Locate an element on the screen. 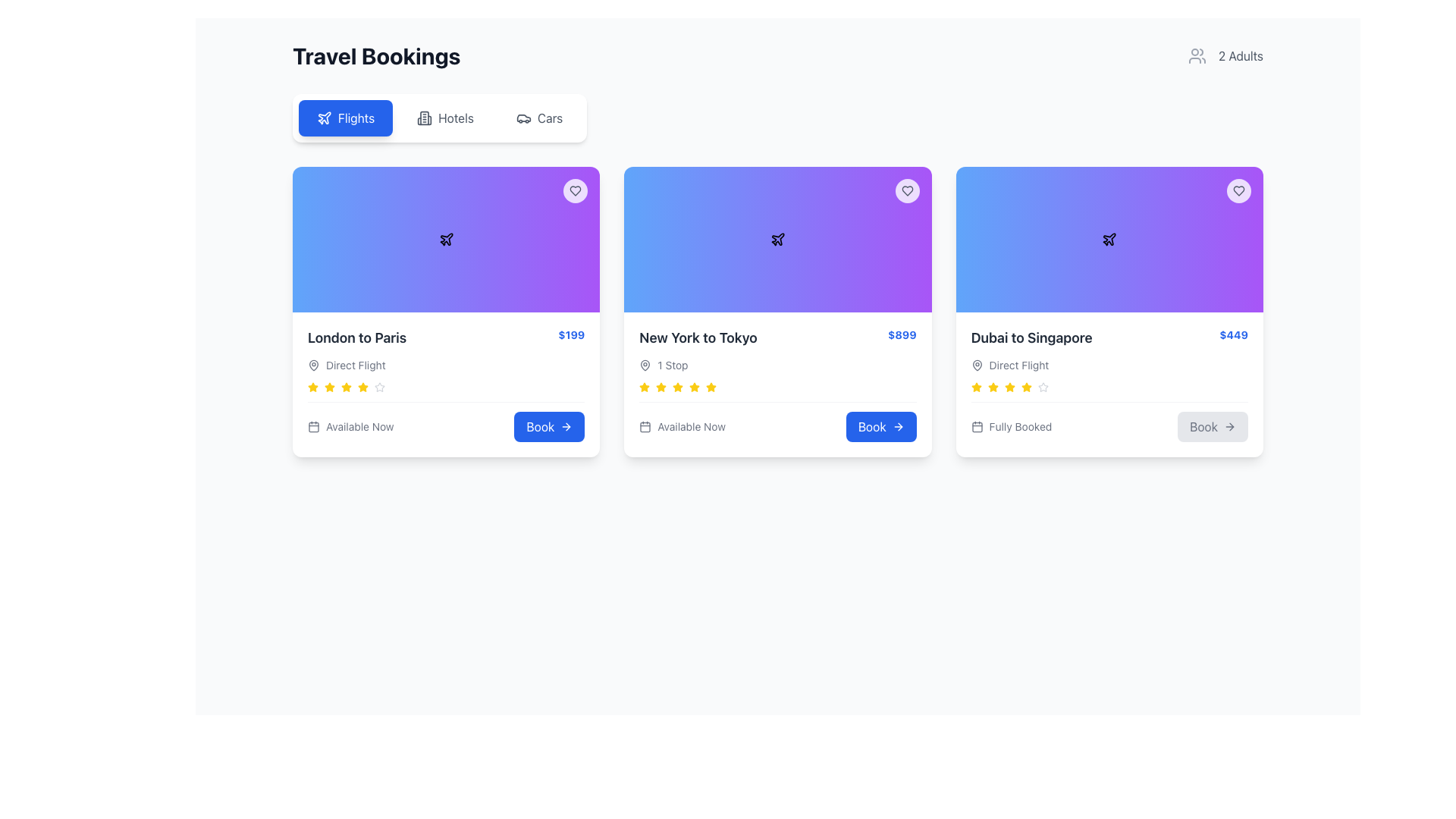 This screenshot has height=819, width=1456. the blue rectangular button with rounded corners labeled 'Book' is located at coordinates (548, 427).